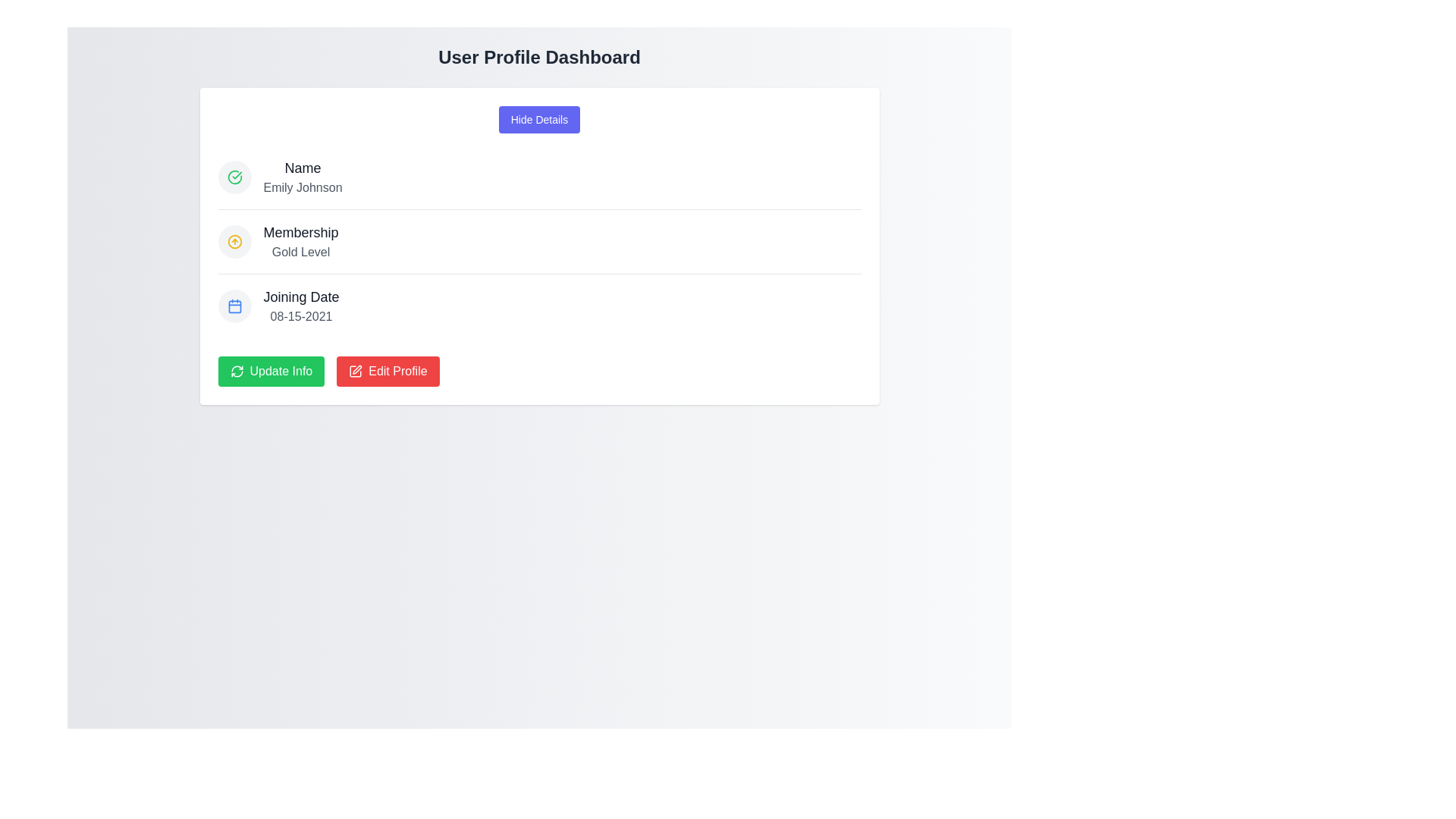  I want to click on the text display pair labeled 'Name' that shows the value 'Emily Johnson', located in the user information section of the interface, so click(303, 177).